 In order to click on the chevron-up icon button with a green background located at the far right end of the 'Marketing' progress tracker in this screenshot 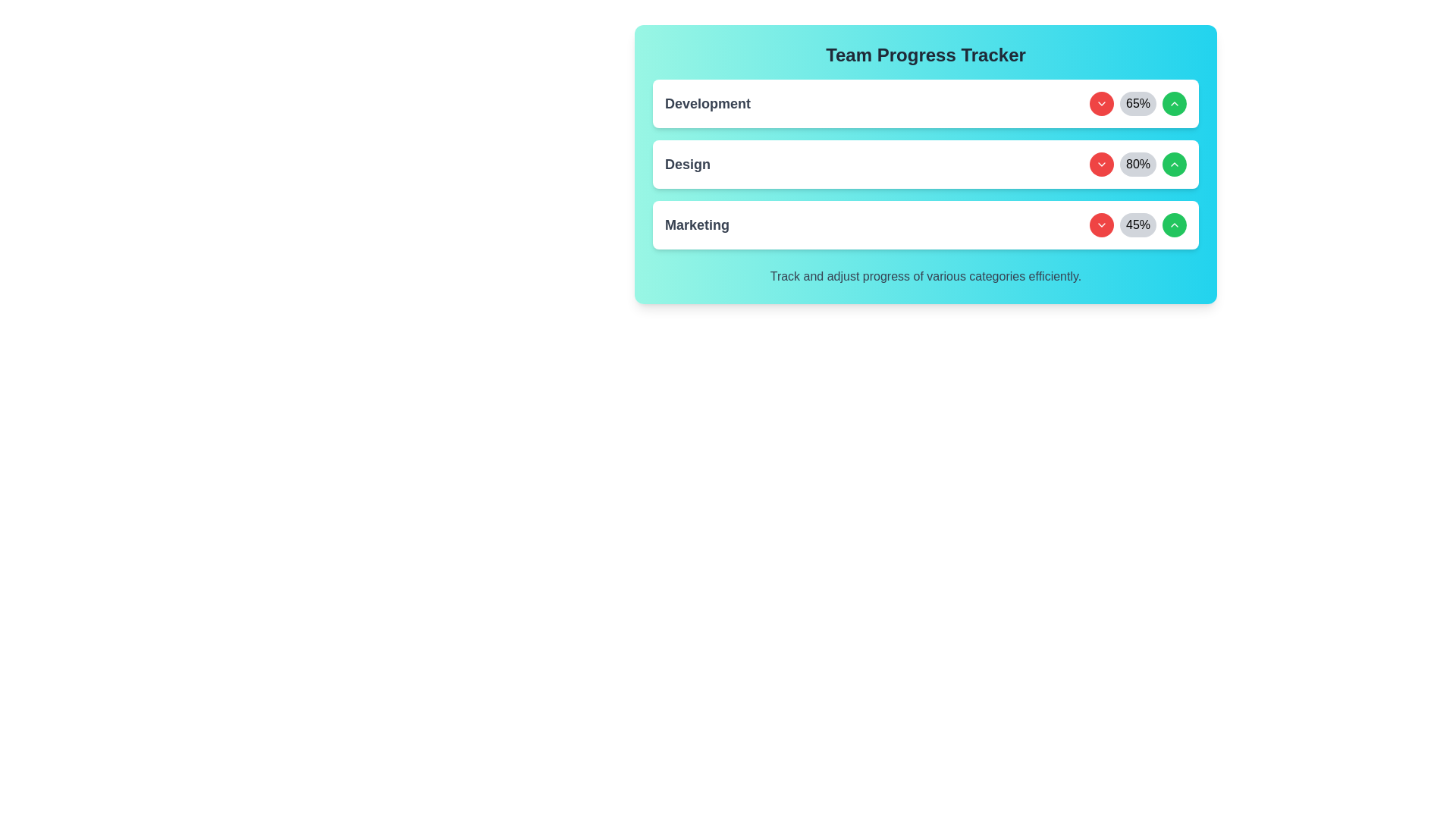, I will do `click(1174, 103)`.